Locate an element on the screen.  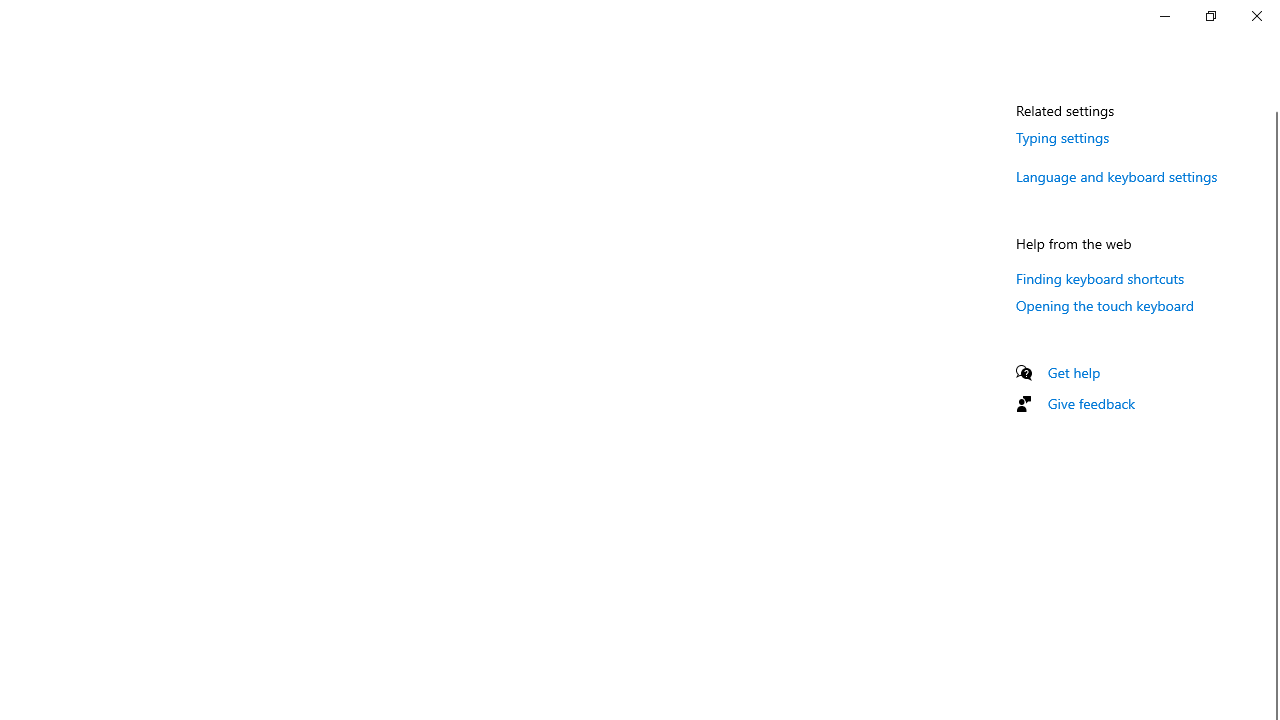
'Give feedback' is located at coordinates (1090, 403).